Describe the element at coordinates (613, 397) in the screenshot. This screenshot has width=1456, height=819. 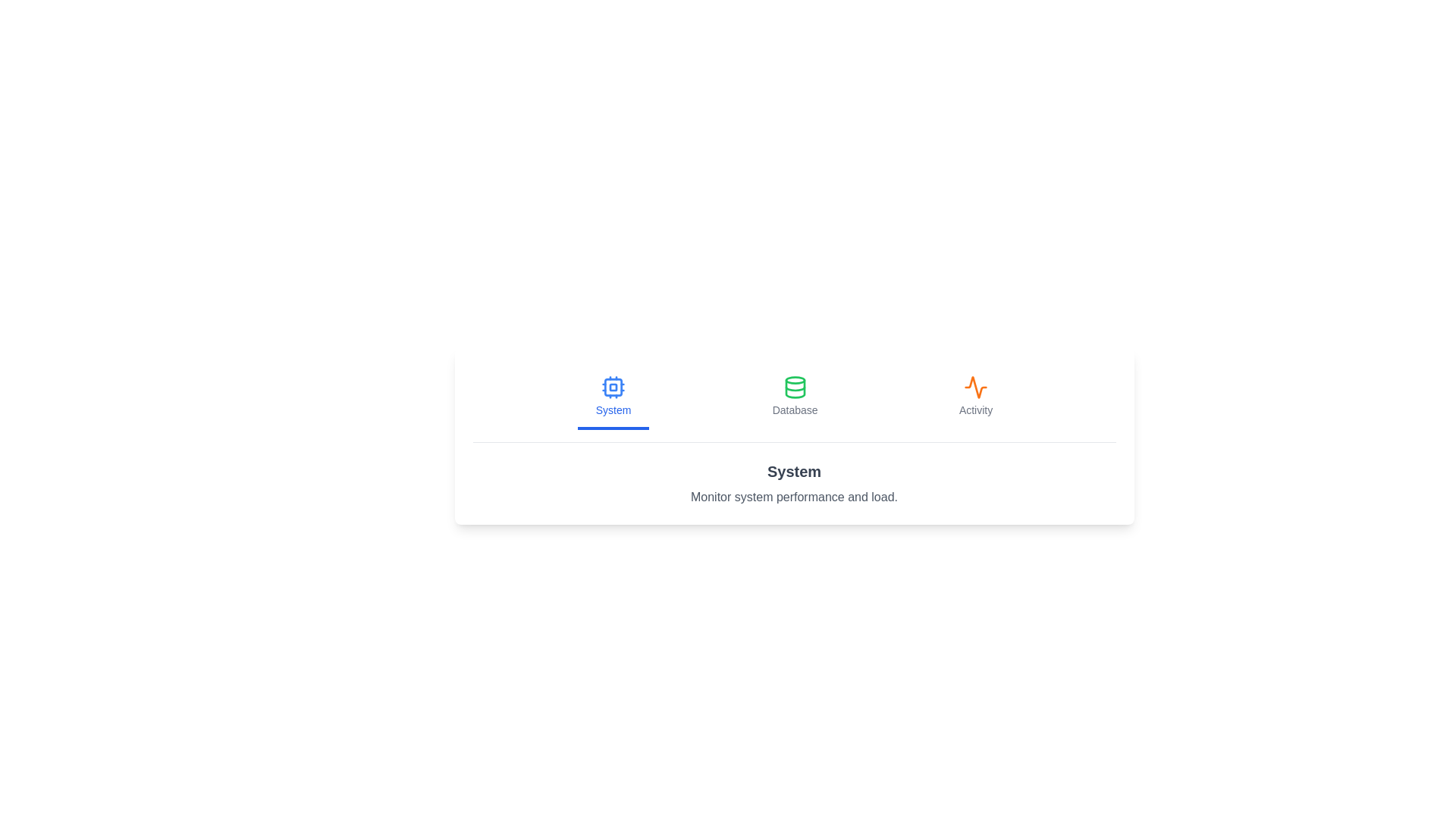
I see `the tab navigation button labeled System` at that location.